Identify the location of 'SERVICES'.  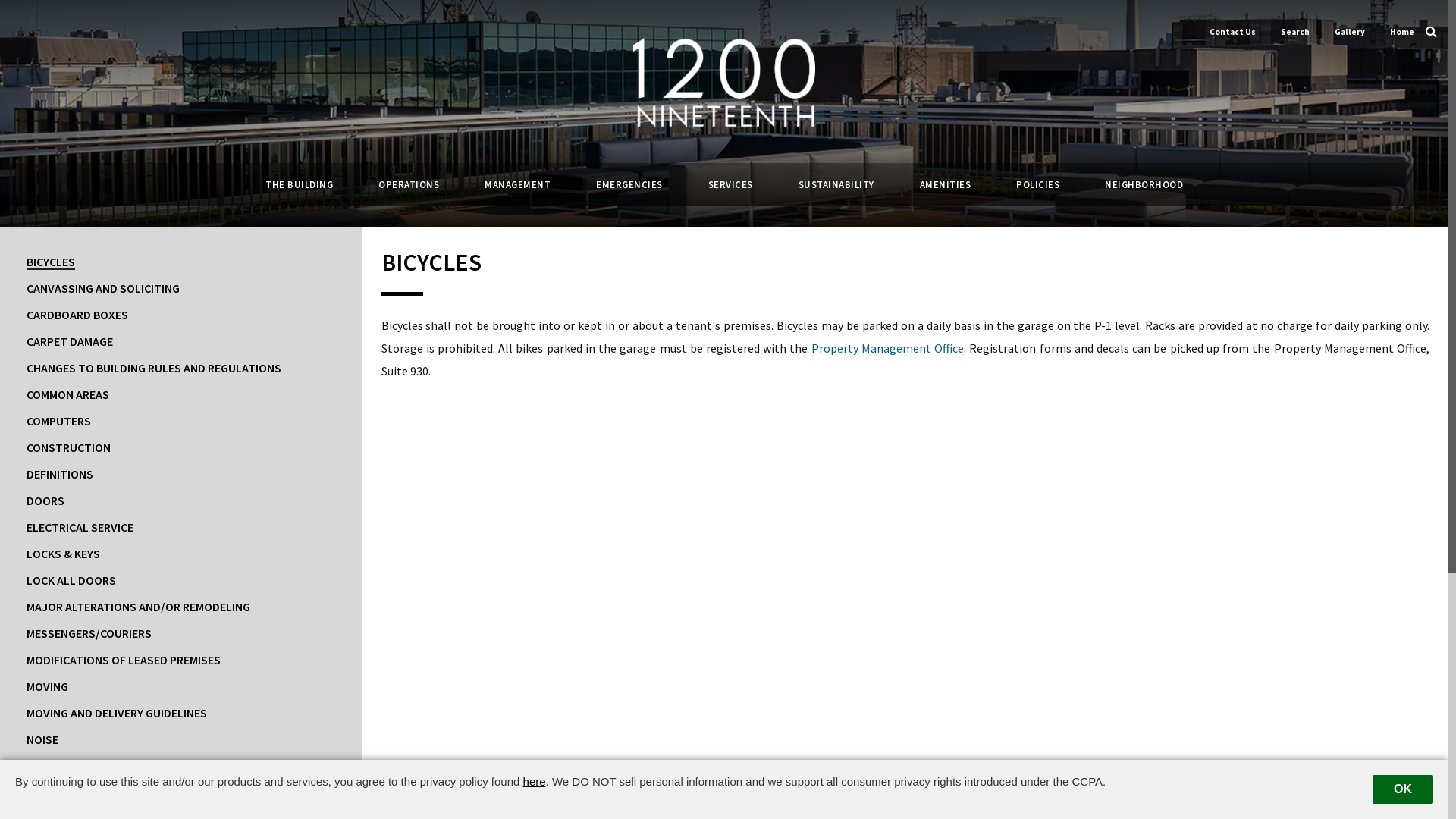
(708, 184).